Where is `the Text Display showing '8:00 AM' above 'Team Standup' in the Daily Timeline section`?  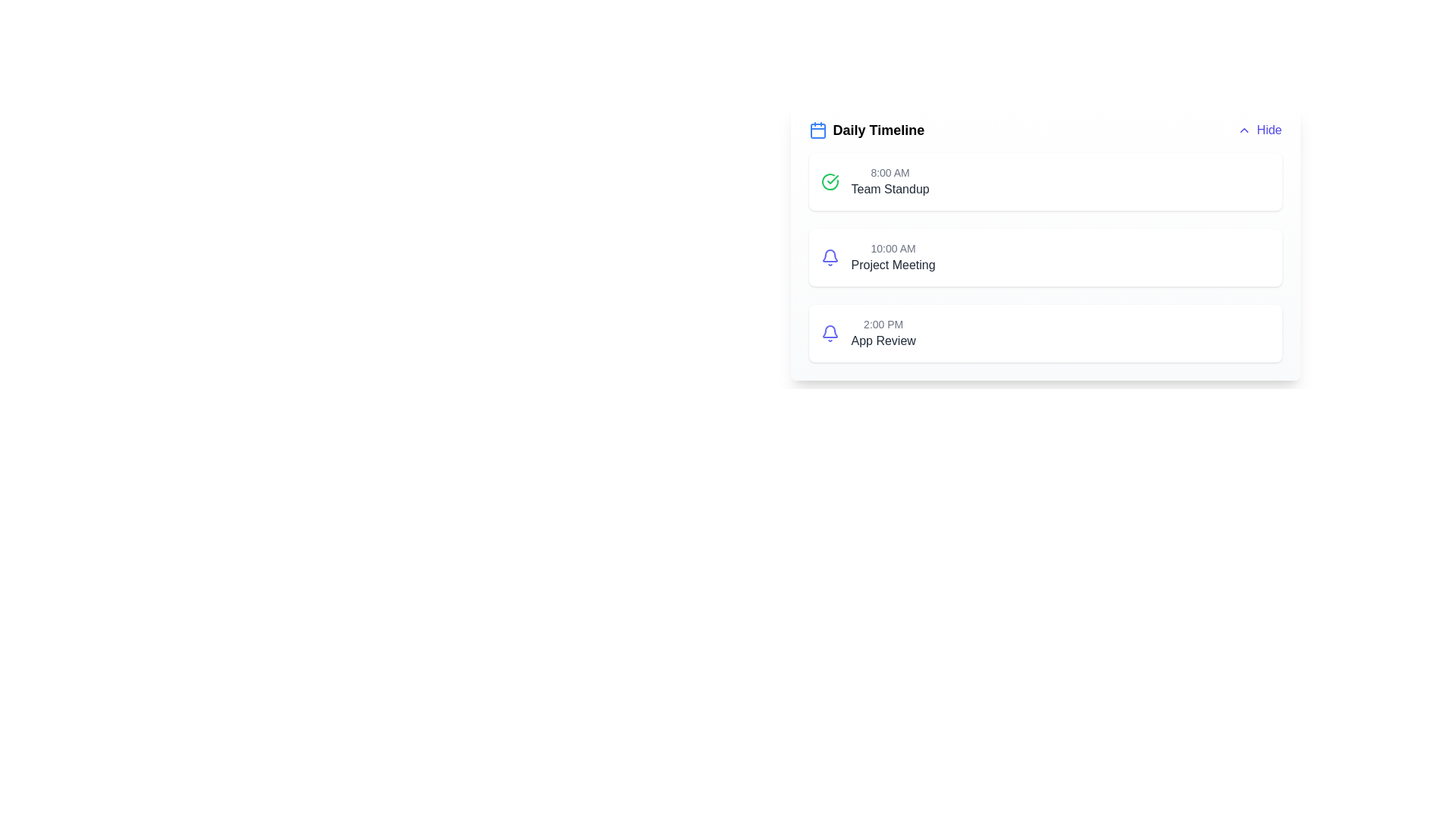 the Text Display showing '8:00 AM' above 'Team Standup' in the Daily Timeline section is located at coordinates (890, 180).